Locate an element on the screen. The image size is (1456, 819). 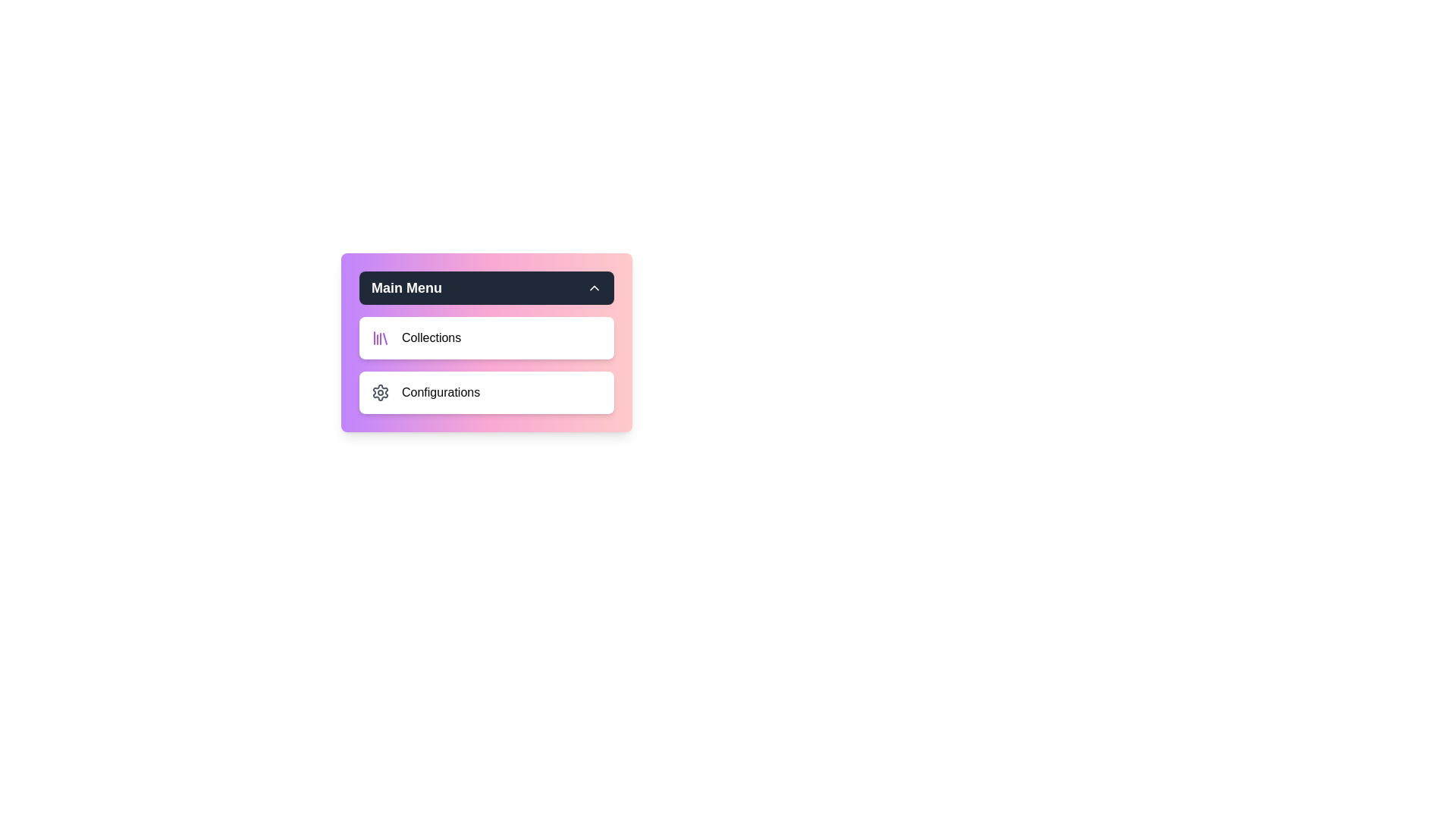
the second button in the vertically stacked list that directs users to the configurations section is located at coordinates (487, 391).